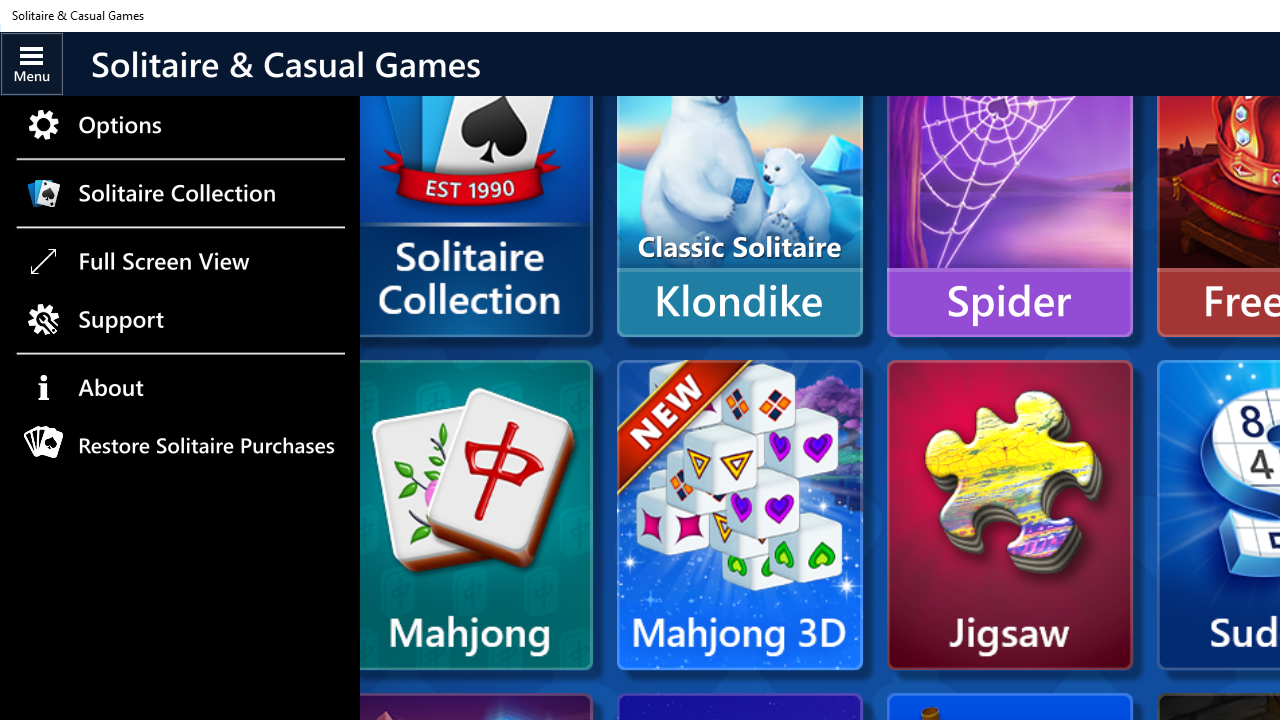 The height and width of the screenshot is (720, 1280). Describe the element at coordinates (475, 212) in the screenshot. I see `'Microsoft Solitaire Collection'` at that location.